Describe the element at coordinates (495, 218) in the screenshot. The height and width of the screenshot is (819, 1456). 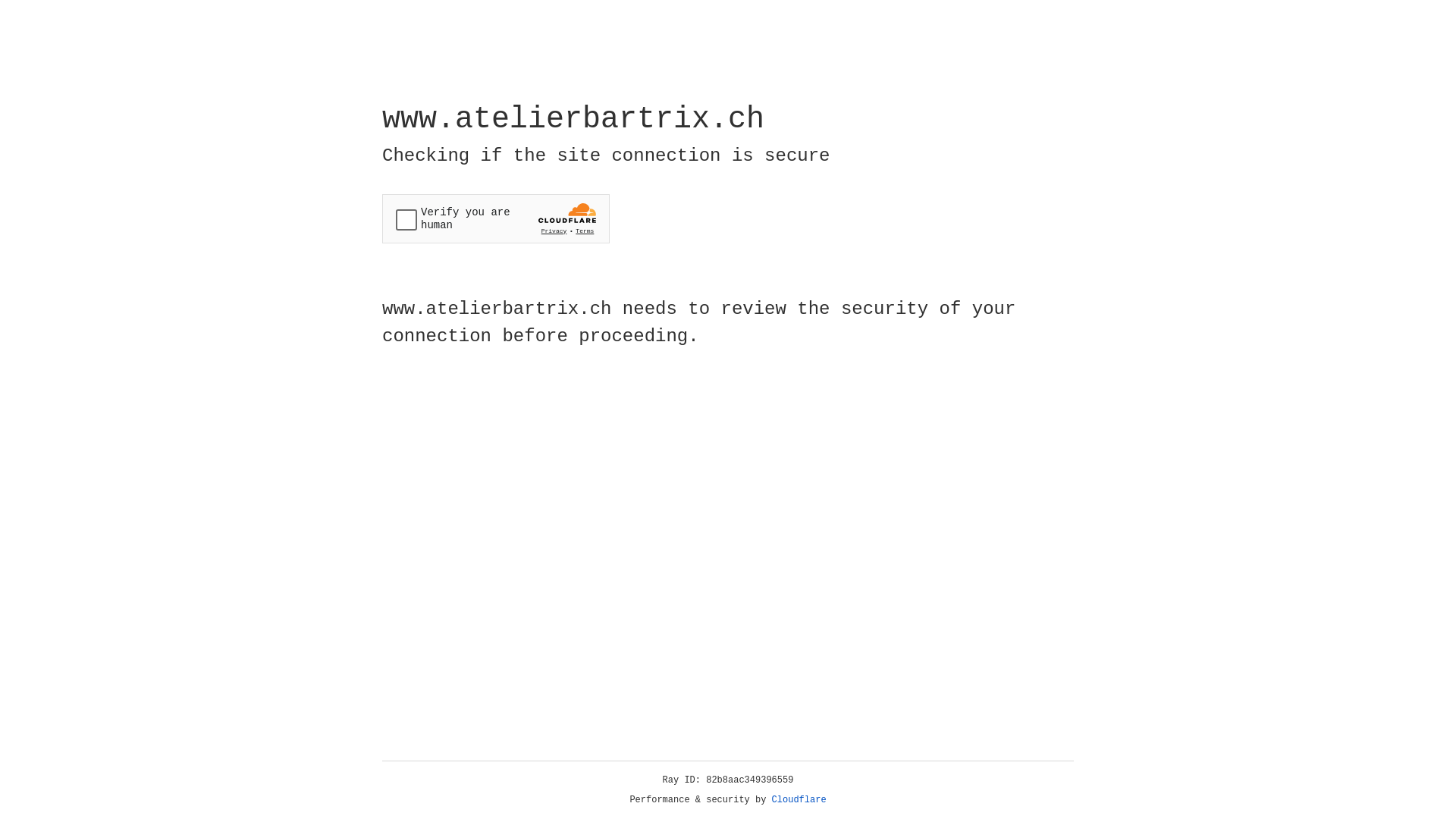
I see `'Widget containing a Cloudflare security challenge'` at that location.